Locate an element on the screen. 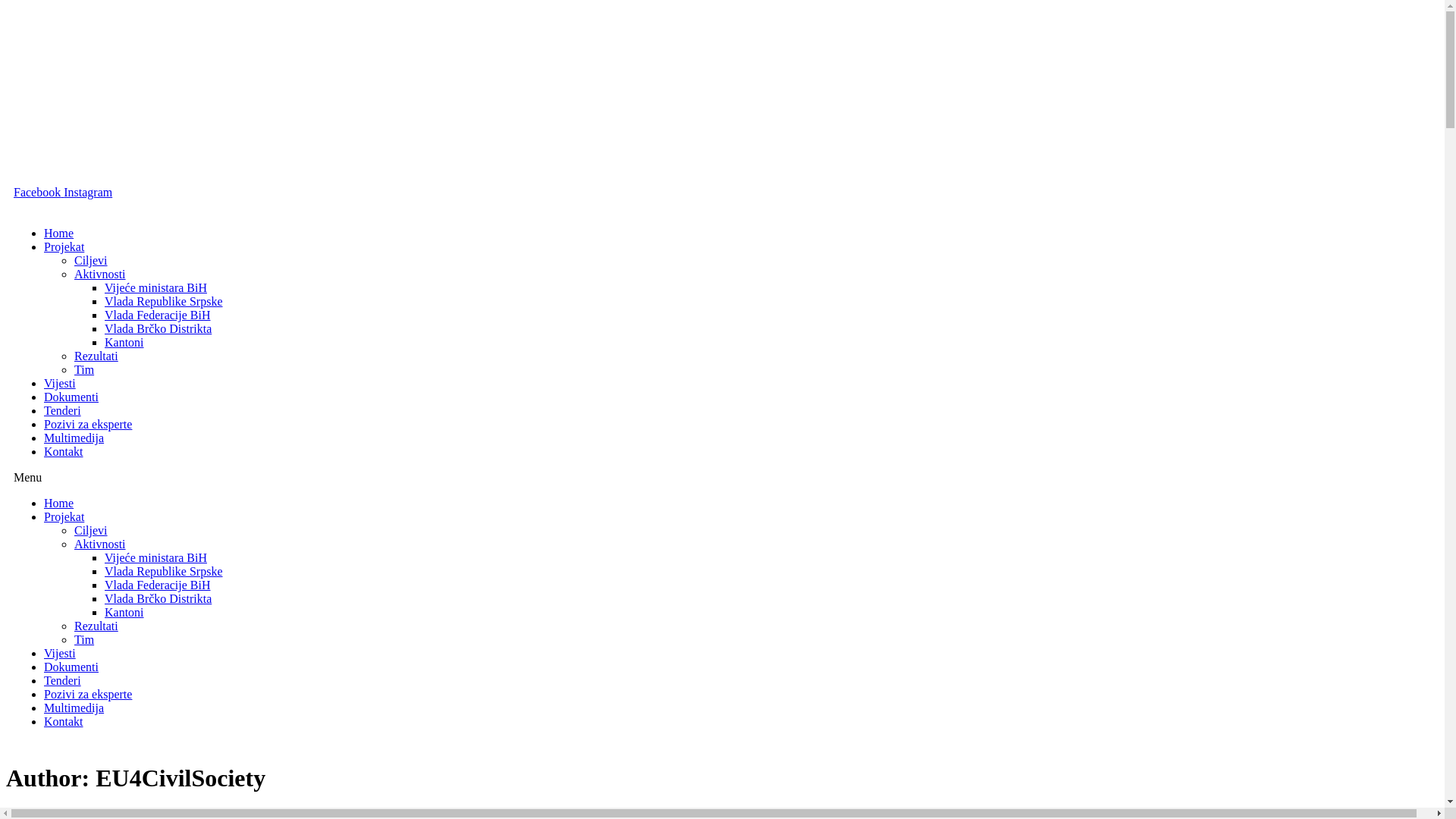  'Projekat' is located at coordinates (43, 516).